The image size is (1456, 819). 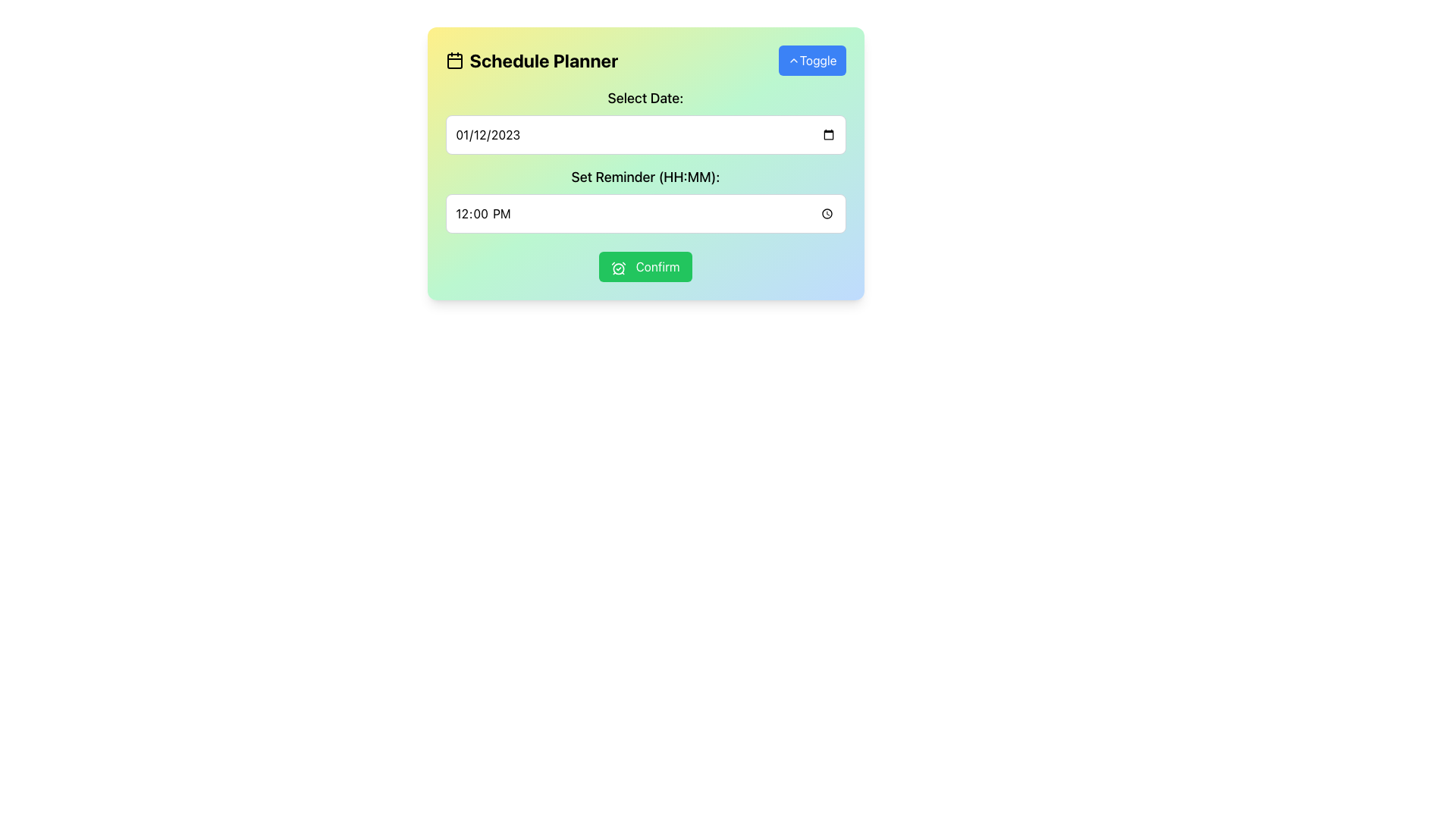 I want to click on the upward-pointing chevron icon located inside the 'Toggle' button at the top-right corner of the 'Schedule Planner' card, so click(x=792, y=60).